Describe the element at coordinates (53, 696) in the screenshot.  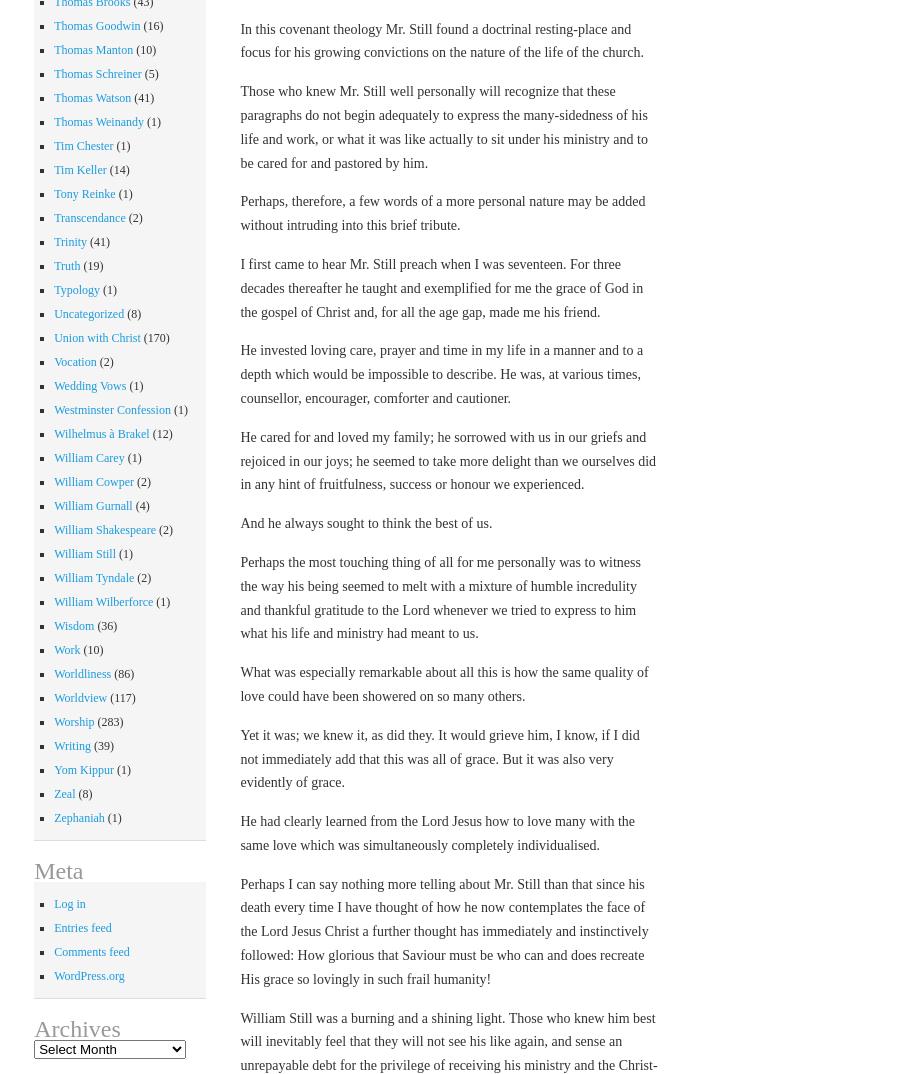
I see `'Worldview'` at that location.